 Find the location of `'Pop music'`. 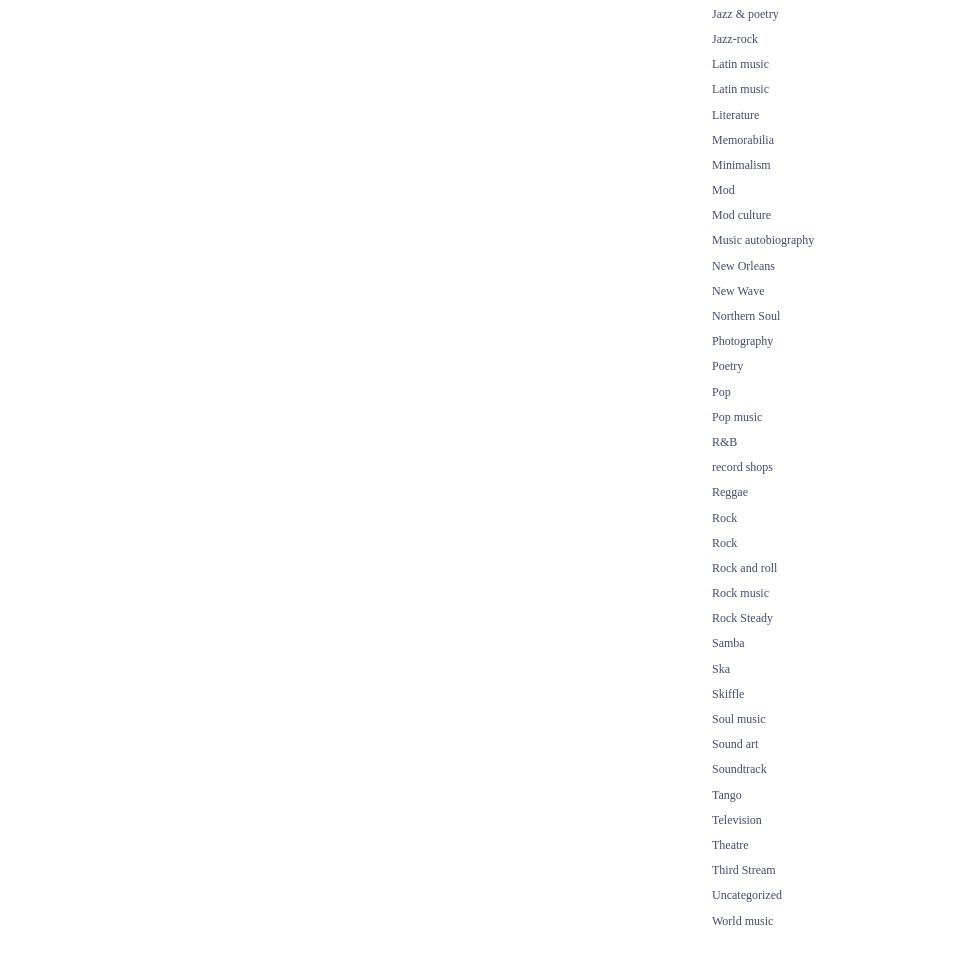

'Pop music' is located at coordinates (735, 415).